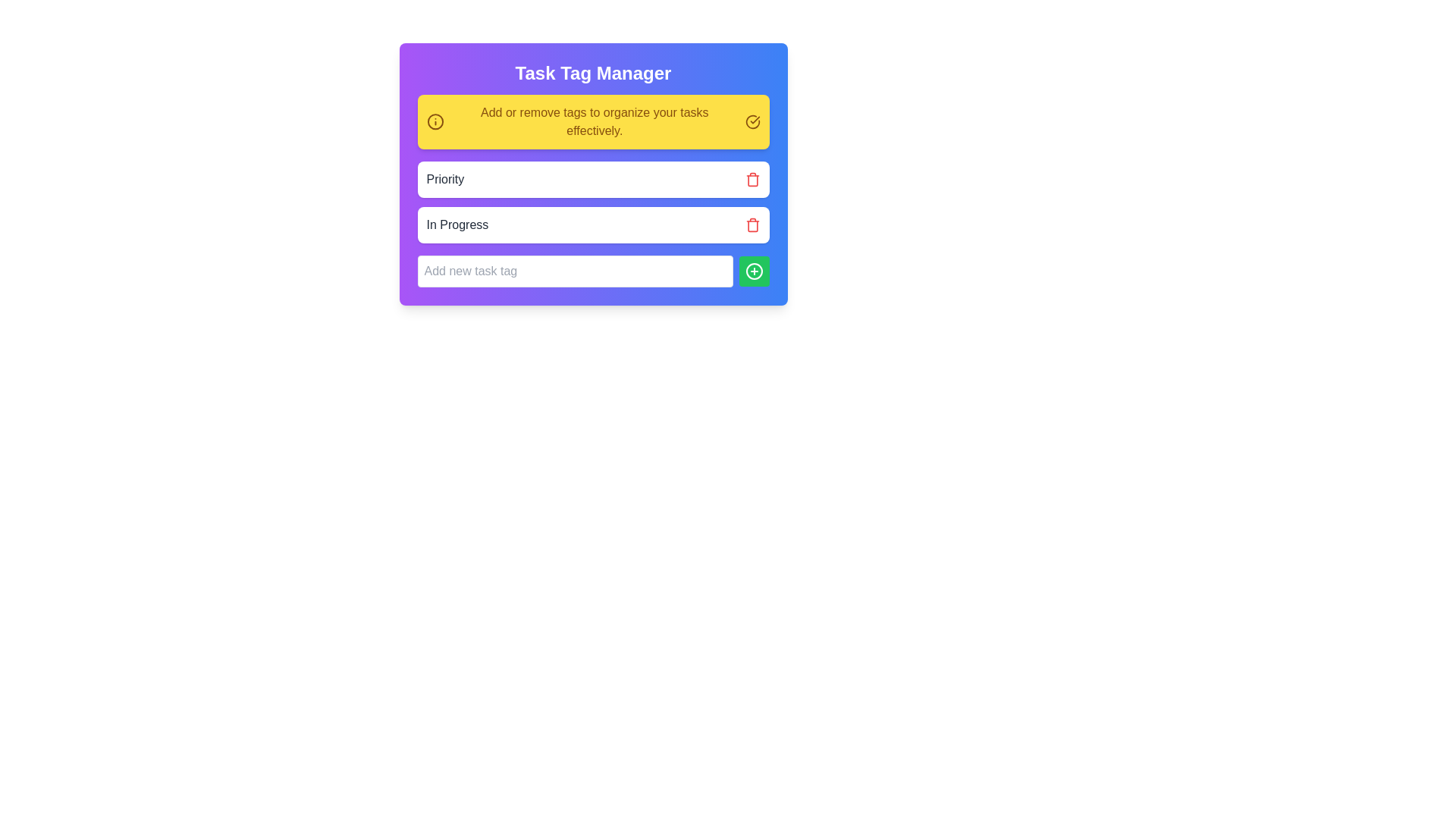  Describe the element at coordinates (574, 271) in the screenshot. I see `the input field for adding new tags to tasks to focus on it` at that location.